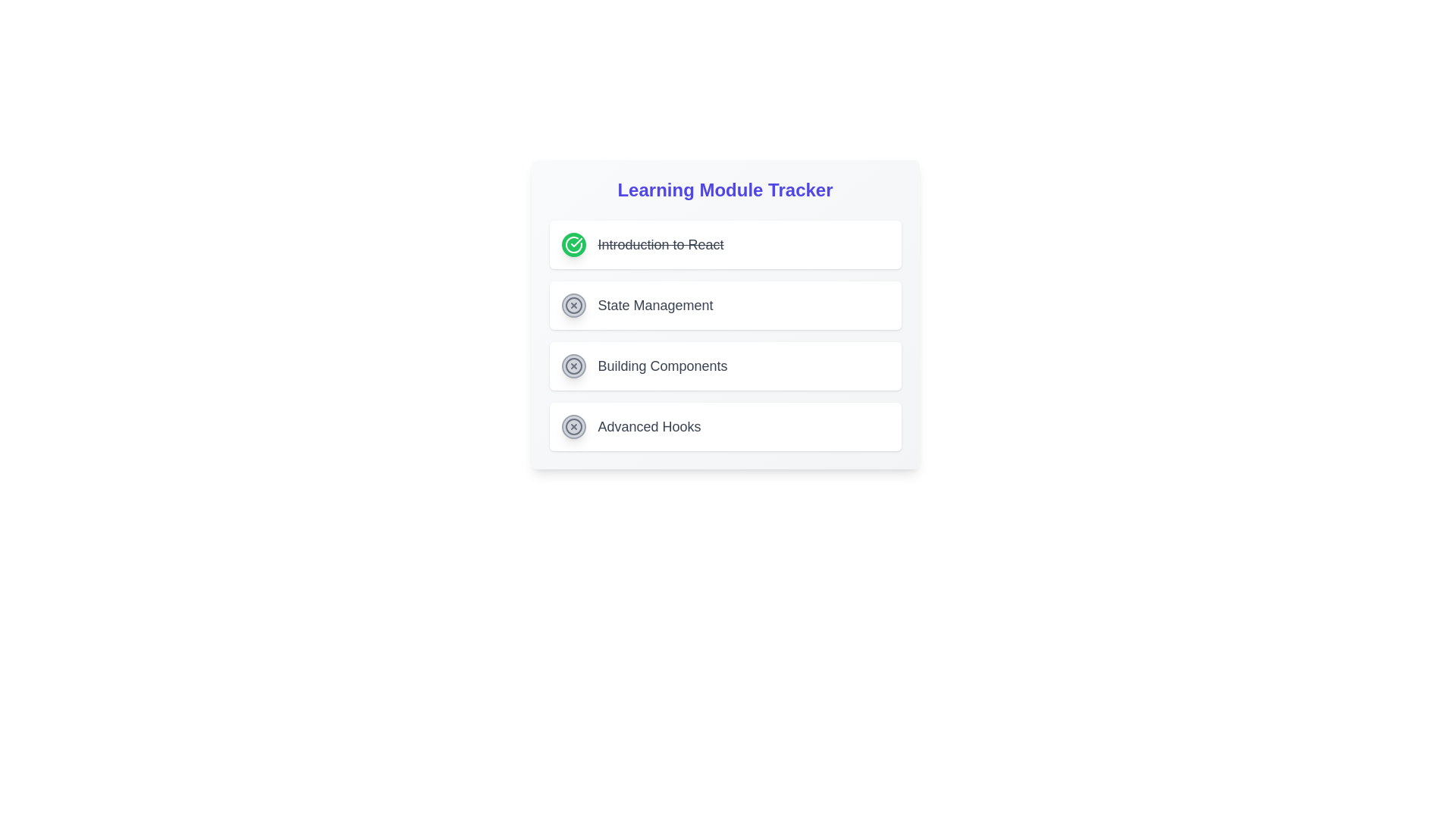  I want to click on the 'Advanced Hooks' text label, which is styled in medium size font and gray color, located as the last item in the vertical list under 'Learning Module Tracker', so click(649, 427).